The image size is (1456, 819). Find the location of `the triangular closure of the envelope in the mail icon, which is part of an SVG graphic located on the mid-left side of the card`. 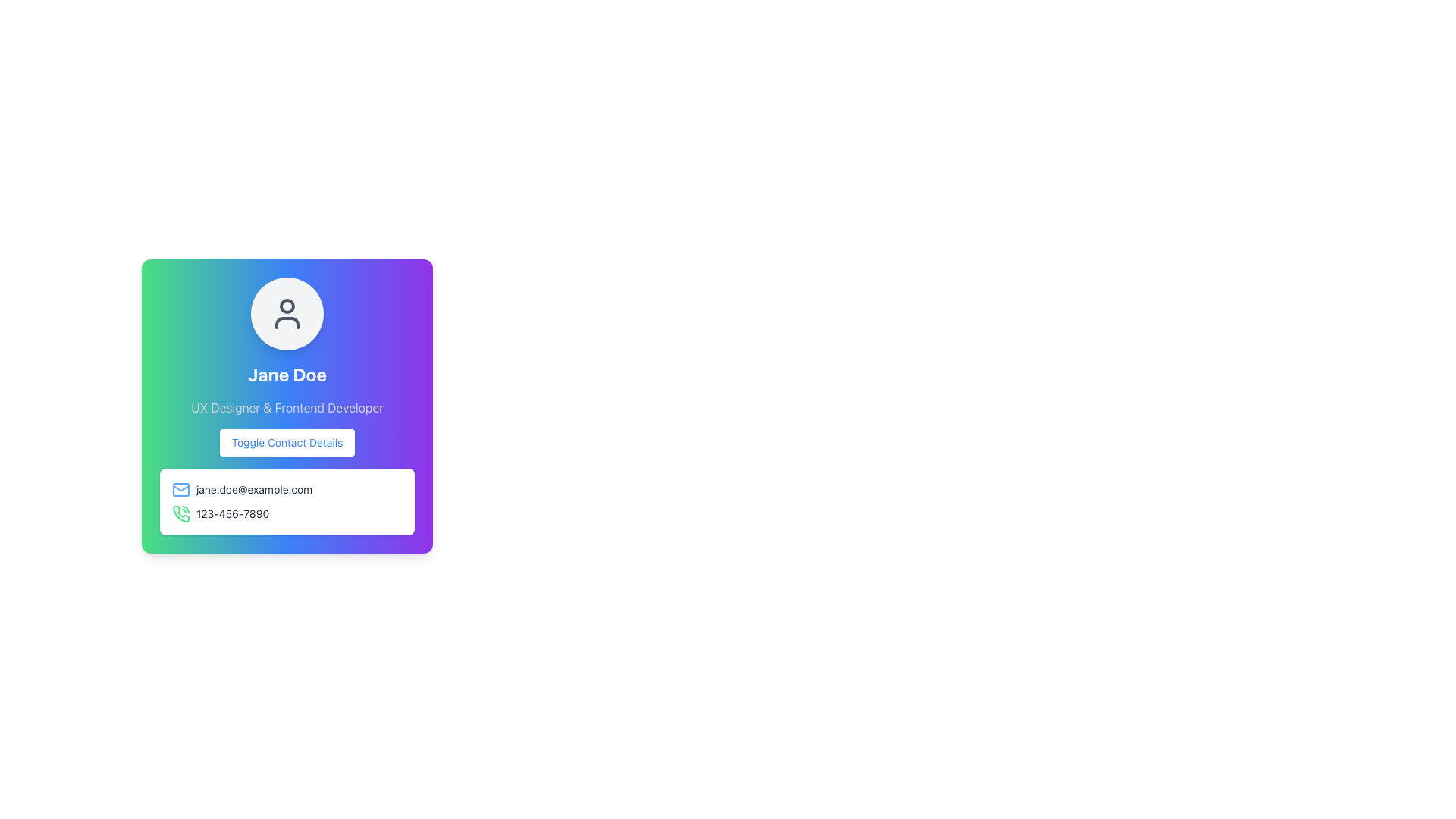

the triangular closure of the envelope in the mail icon, which is part of an SVG graphic located on the mid-left side of the card is located at coordinates (181, 488).